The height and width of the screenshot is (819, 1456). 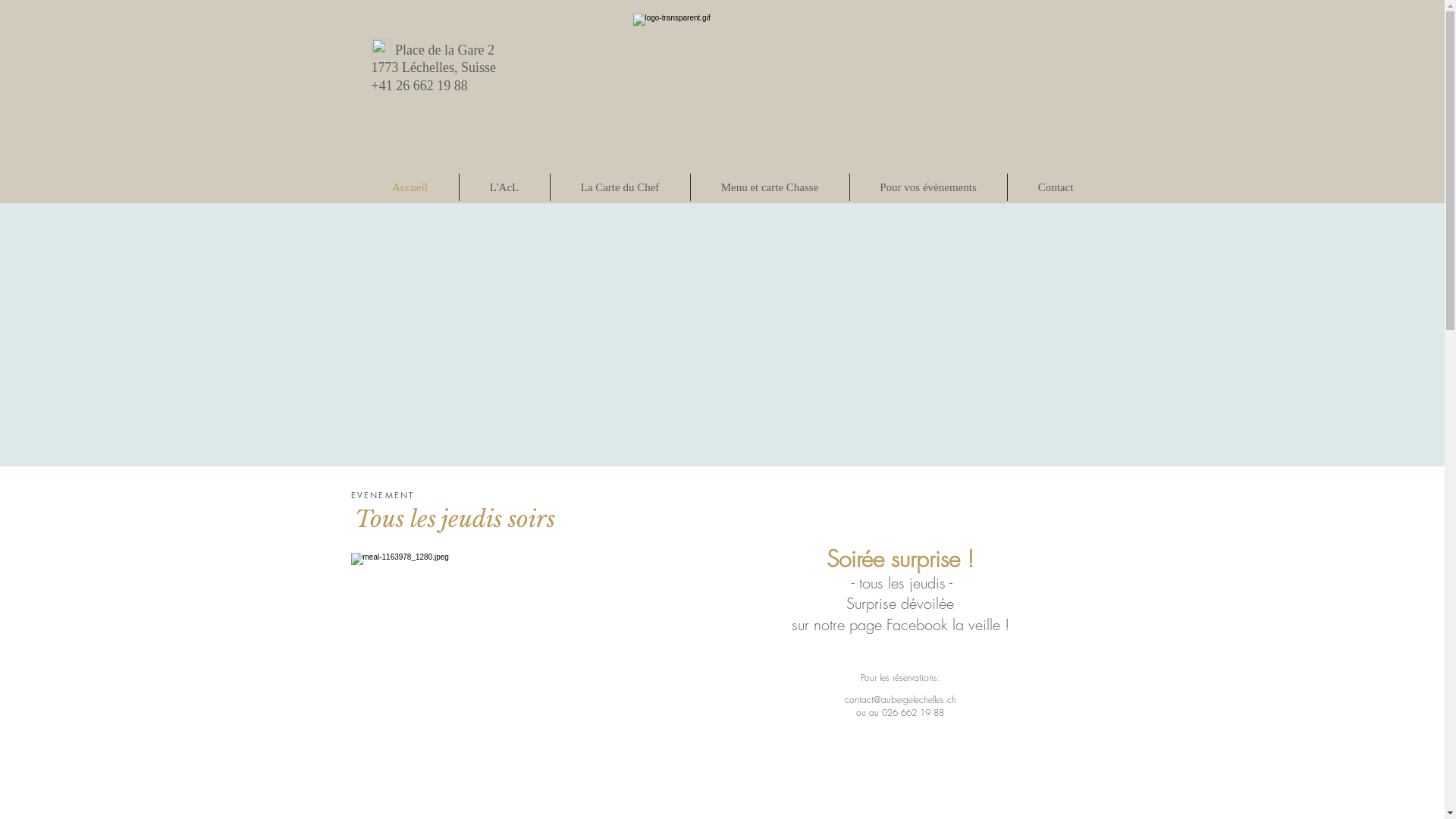 What do you see at coordinates (620, 186) in the screenshot?
I see `'La Carte du Chef'` at bounding box center [620, 186].